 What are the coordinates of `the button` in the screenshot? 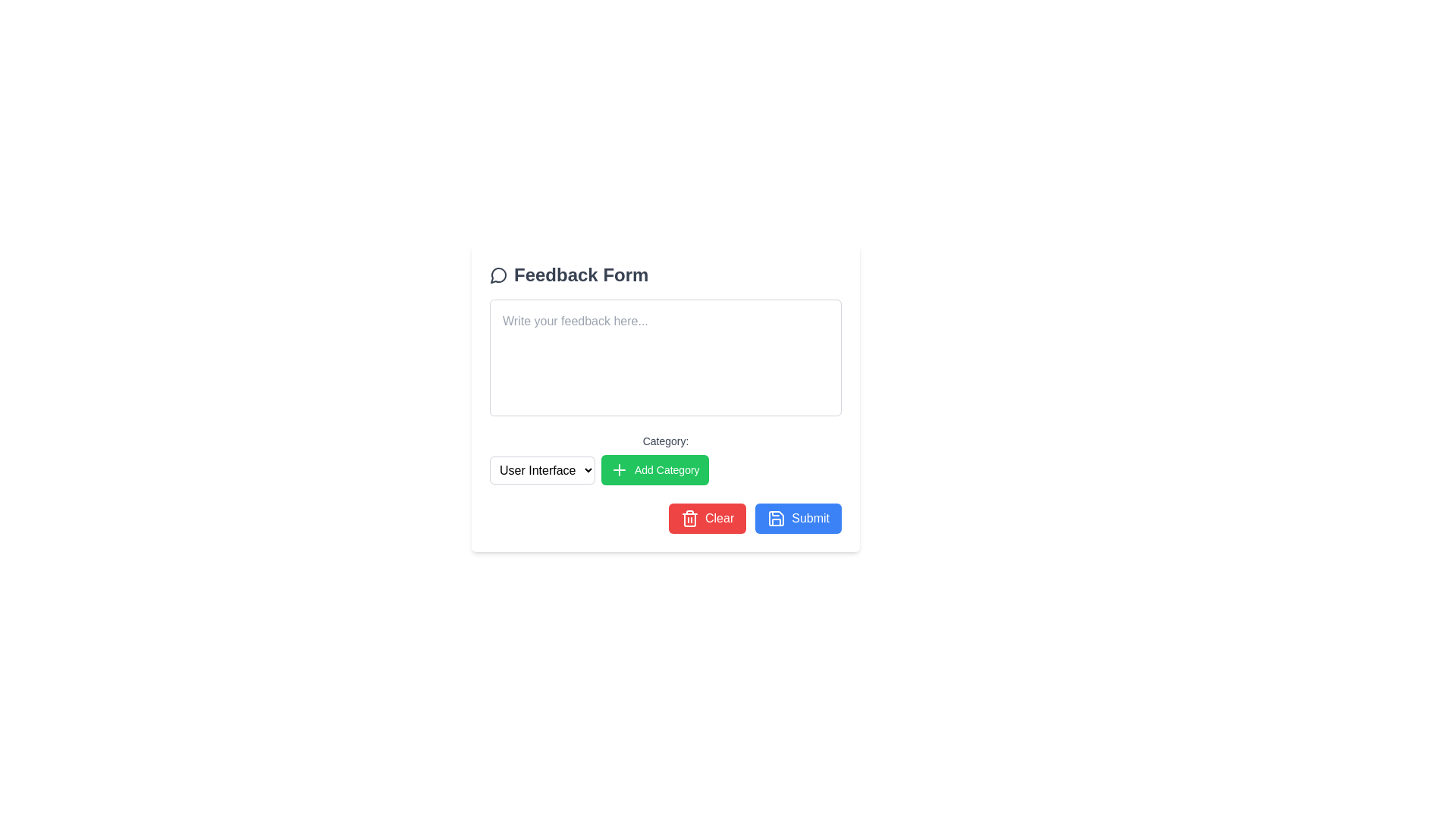 It's located at (654, 469).